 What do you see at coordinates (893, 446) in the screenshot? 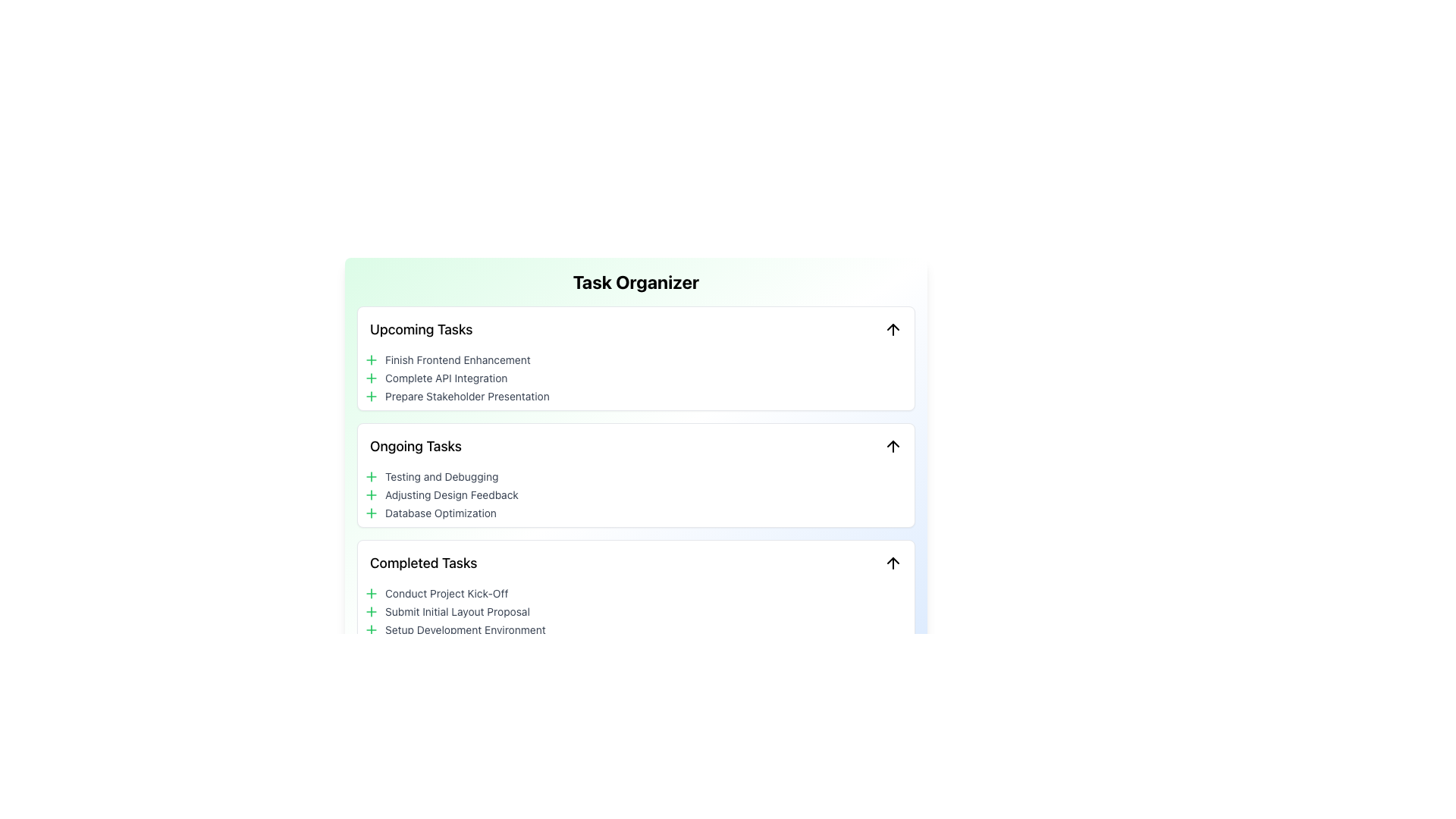
I see `the upward arrow icon button for collapsing or expanding the 'Ongoing Tasks' section` at bounding box center [893, 446].